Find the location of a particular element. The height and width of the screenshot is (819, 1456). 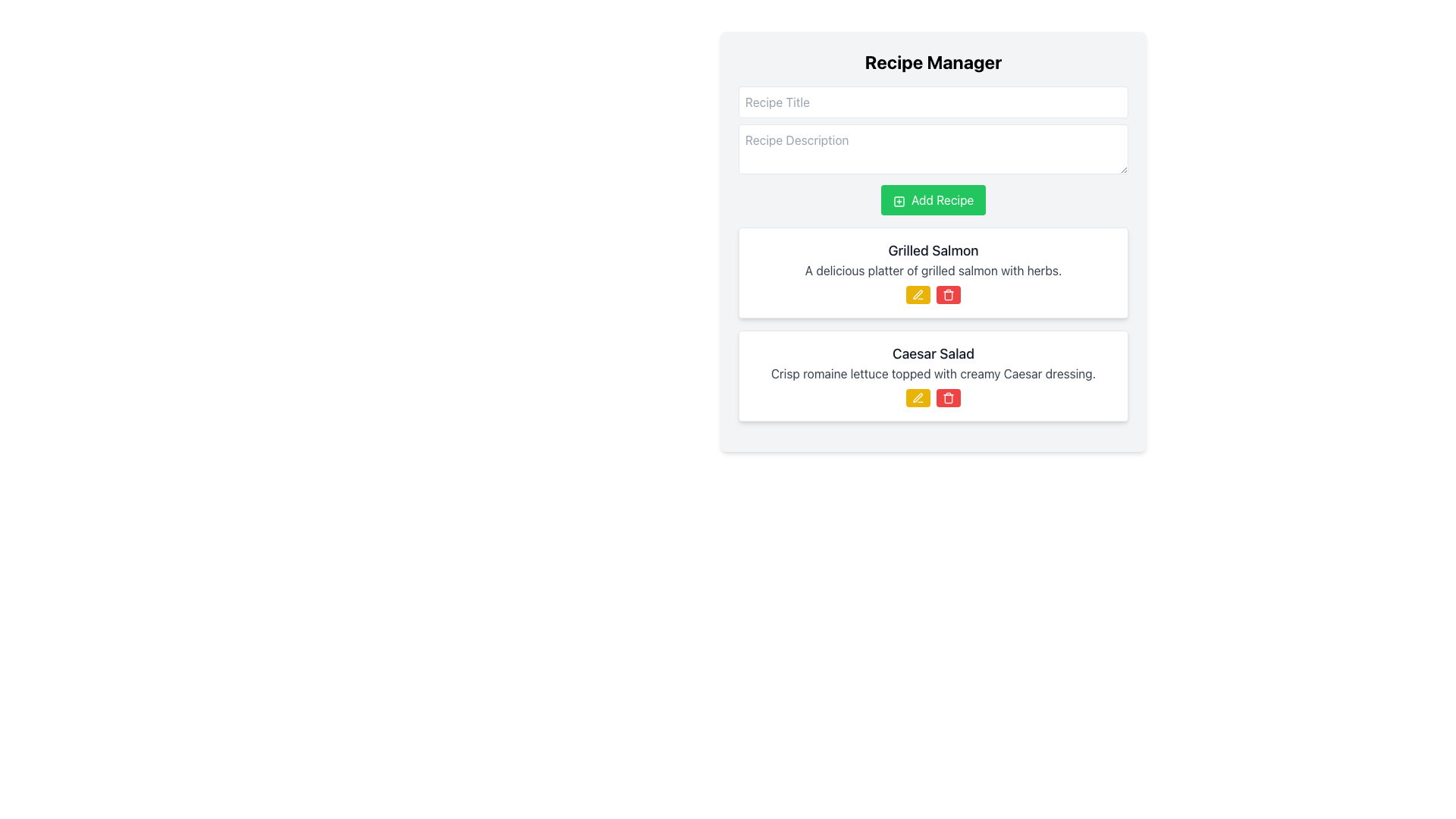

the 'Add Recipe' button, which is a green rectangular button with rounded corners and white text is located at coordinates (932, 199).